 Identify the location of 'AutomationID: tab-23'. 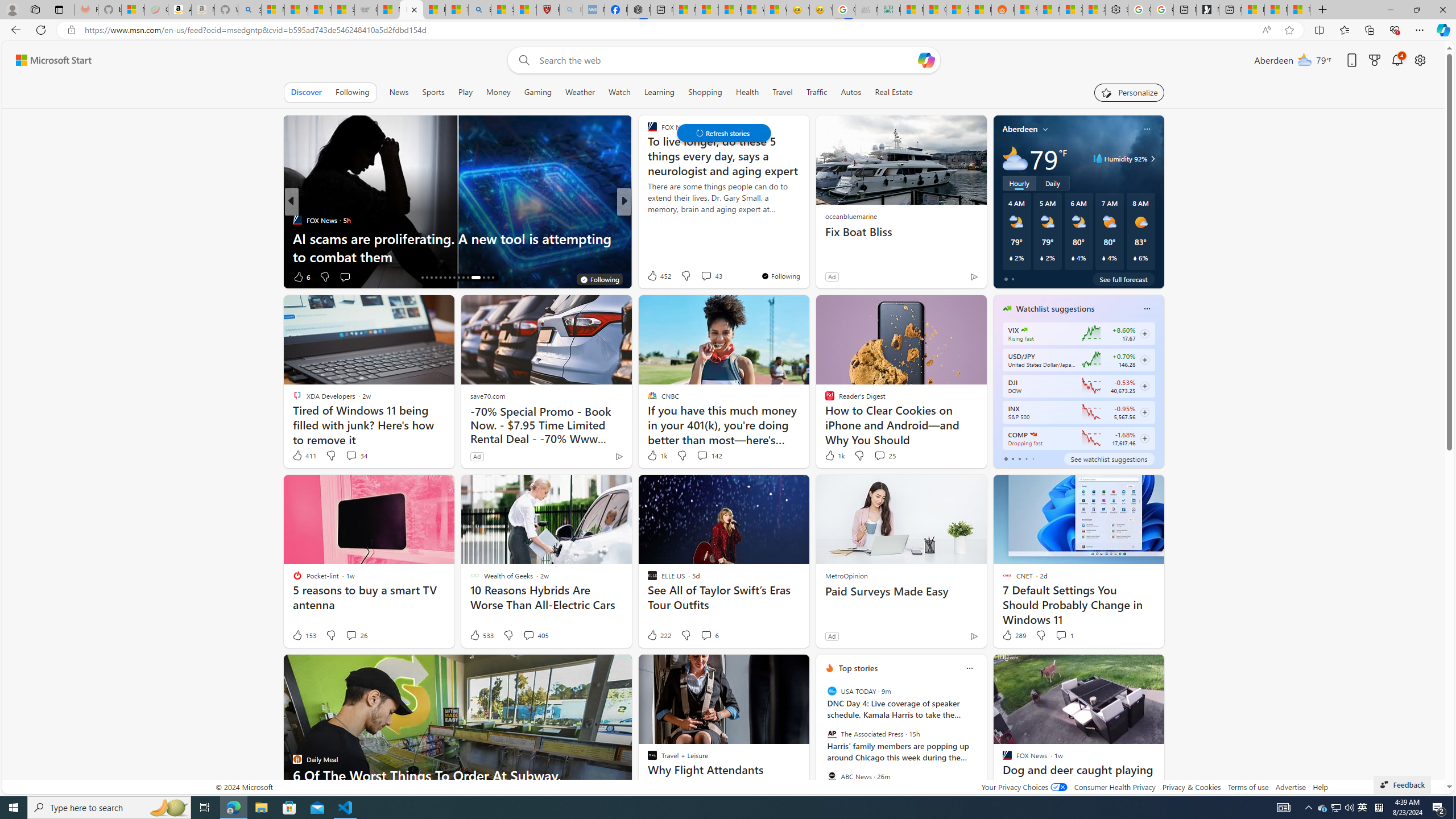
(454, 277).